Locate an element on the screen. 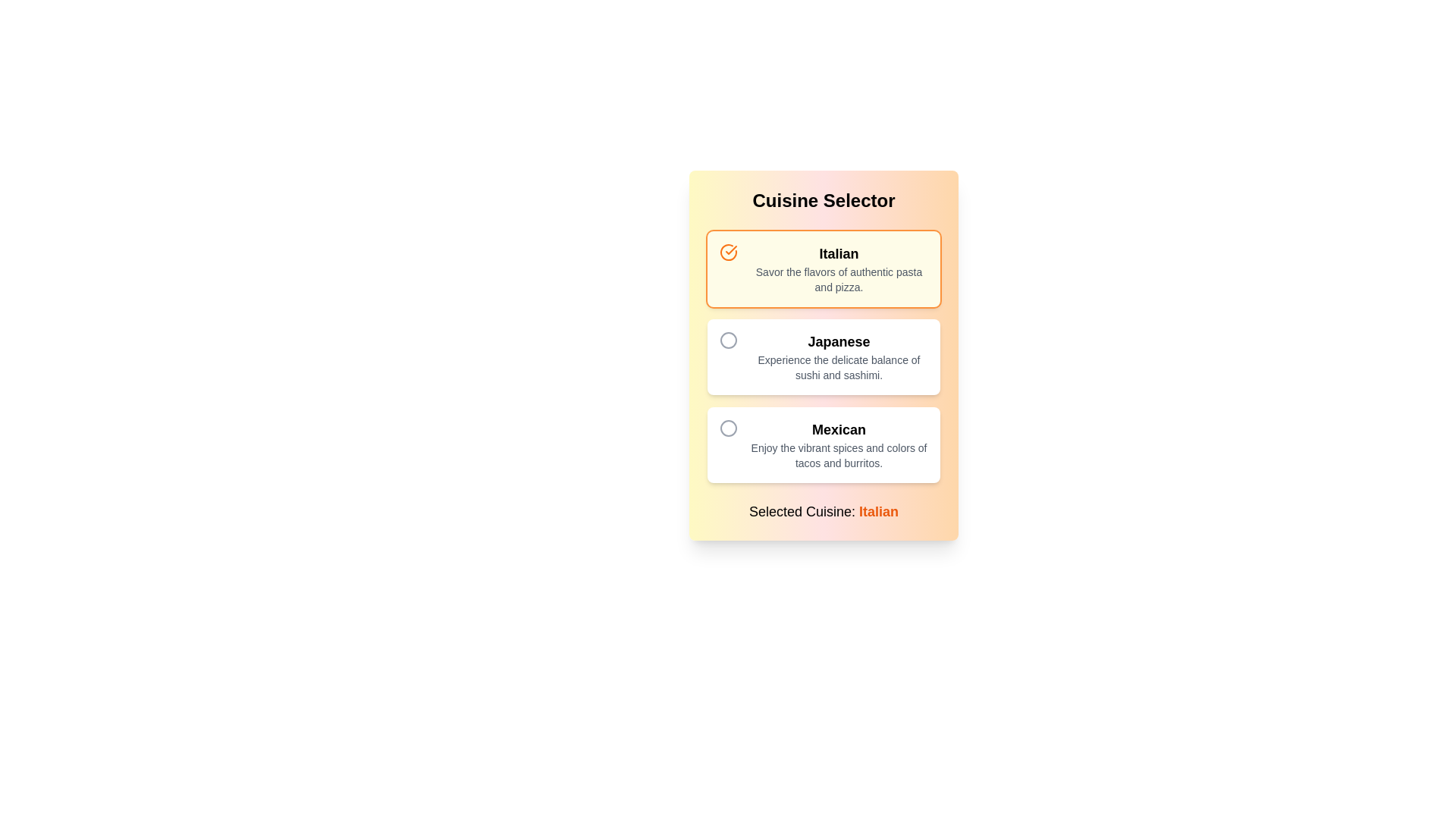 Image resolution: width=1456 pixels, height=819 pixels. the text reading 'Savor the flavors of authentic pasta and pizza,' which is located beneath the bold heading 'Italian' in the cuisine options list is located at coordinates (838, 280).